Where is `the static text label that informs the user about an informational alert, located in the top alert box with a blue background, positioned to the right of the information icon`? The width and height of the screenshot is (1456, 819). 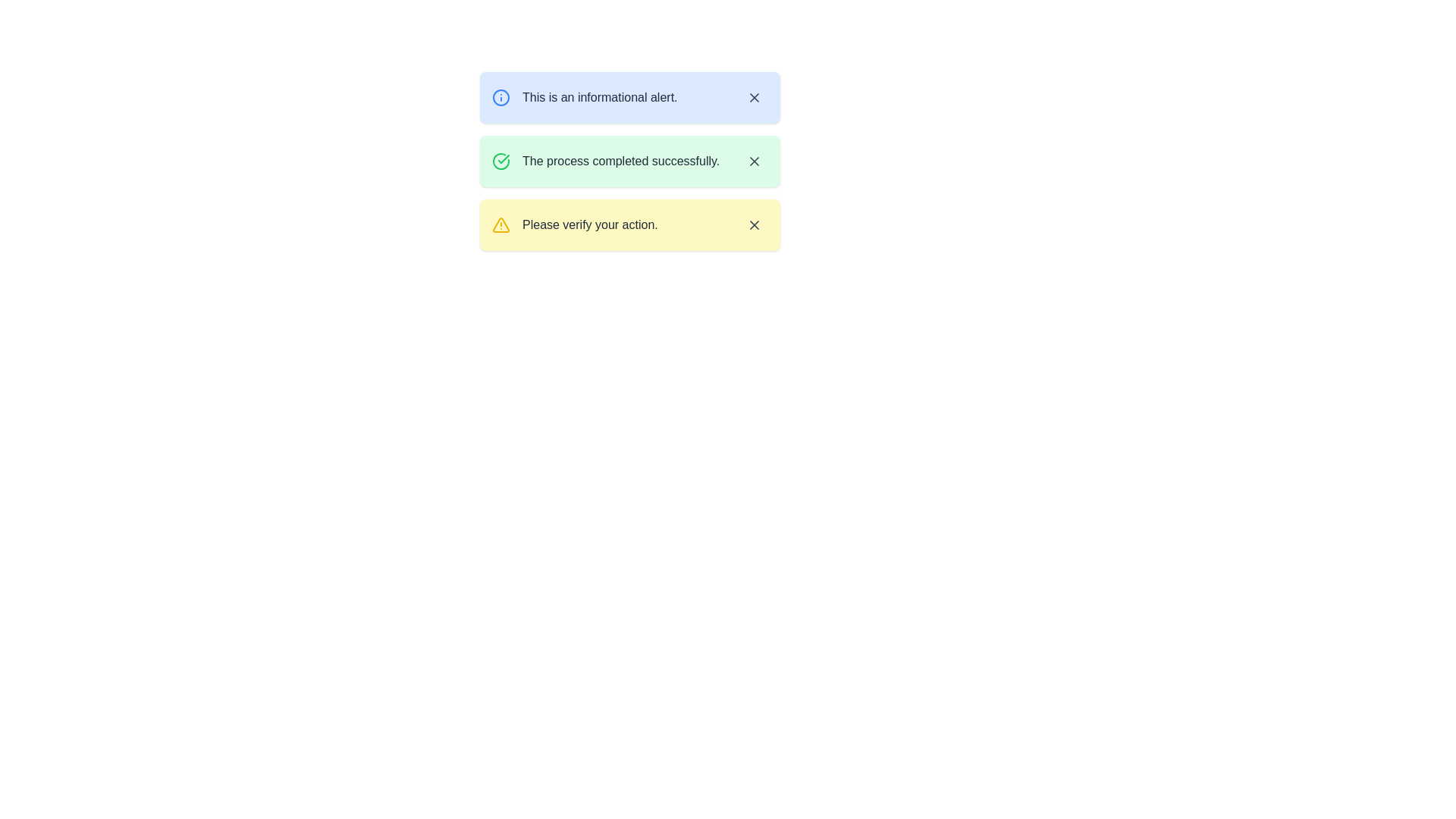
the static text label that informs the user about an informational alert, located in the top alert box with a blue background, positioned to the right of the information icon is located at coordinates (599, 97).